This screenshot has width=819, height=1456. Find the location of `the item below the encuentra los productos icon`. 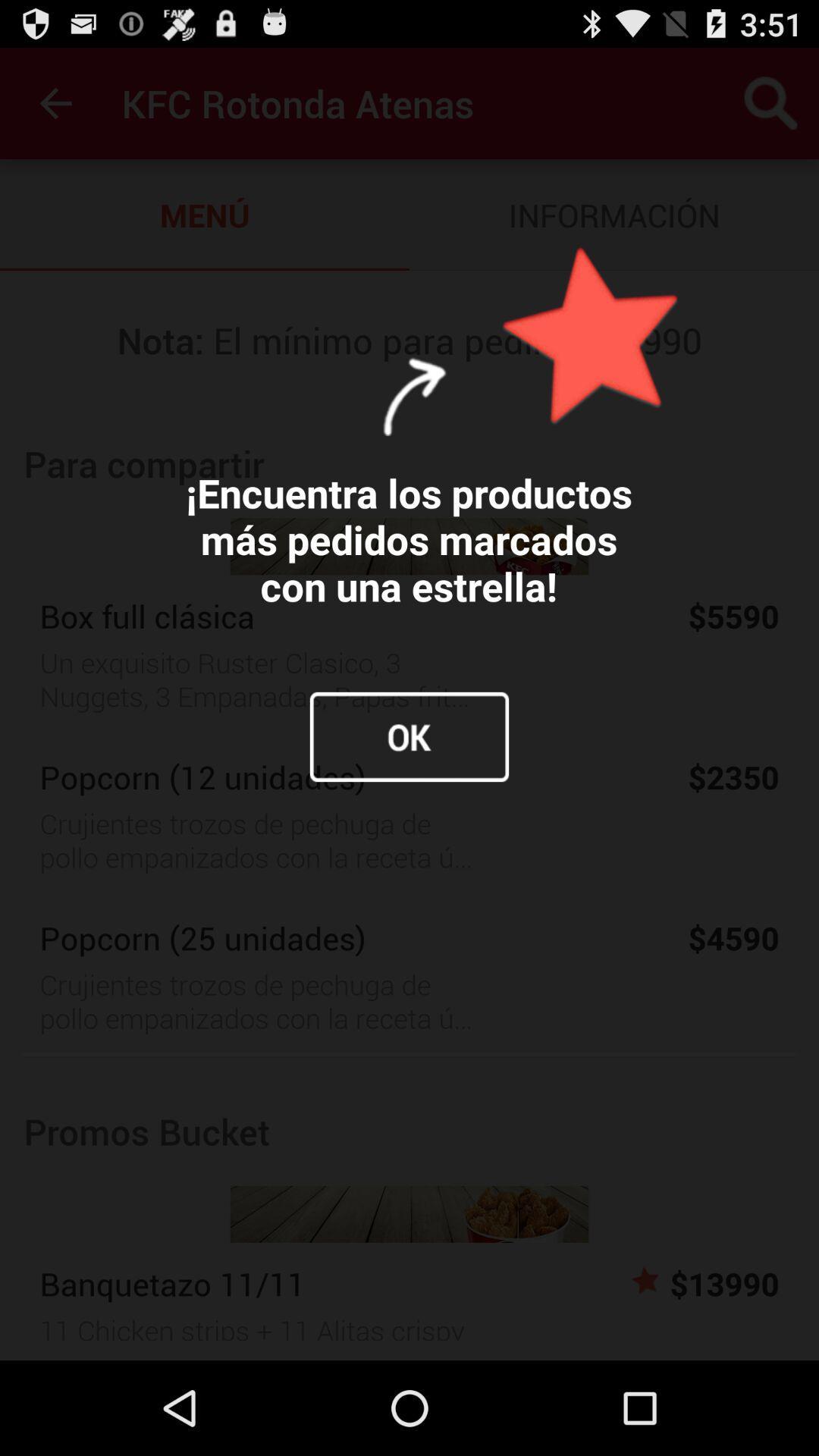

the item below the encuentra los productos icon is located at coordinates (409, 736).